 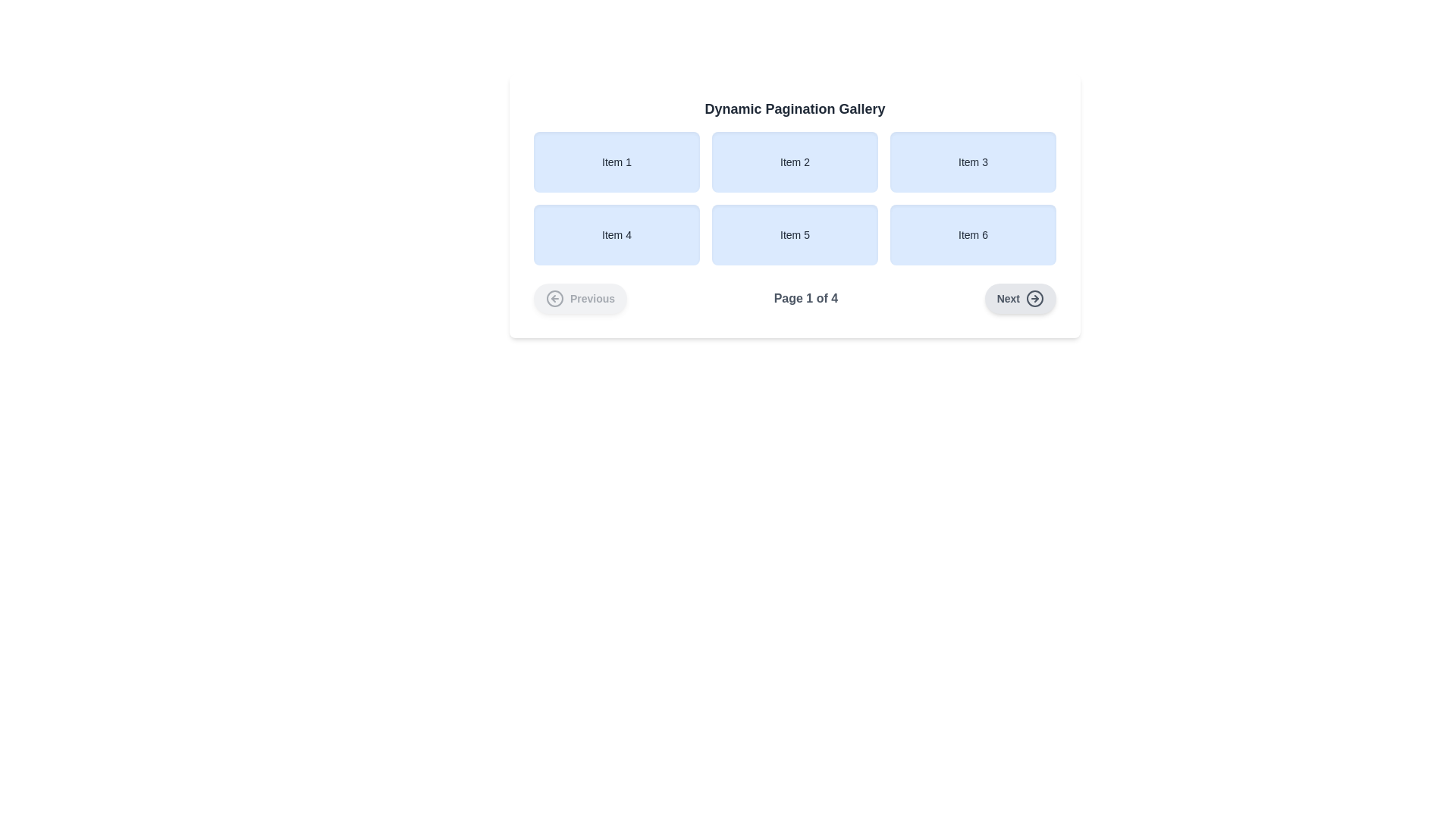 What do you see at coordinates (617, 234) in the screenshot?
I see `the Static information card displaying the label 'Item 4', which is located in the lower-left corner of a grid layout, specifically the first item in the second row` at bounding box center [617, 234].